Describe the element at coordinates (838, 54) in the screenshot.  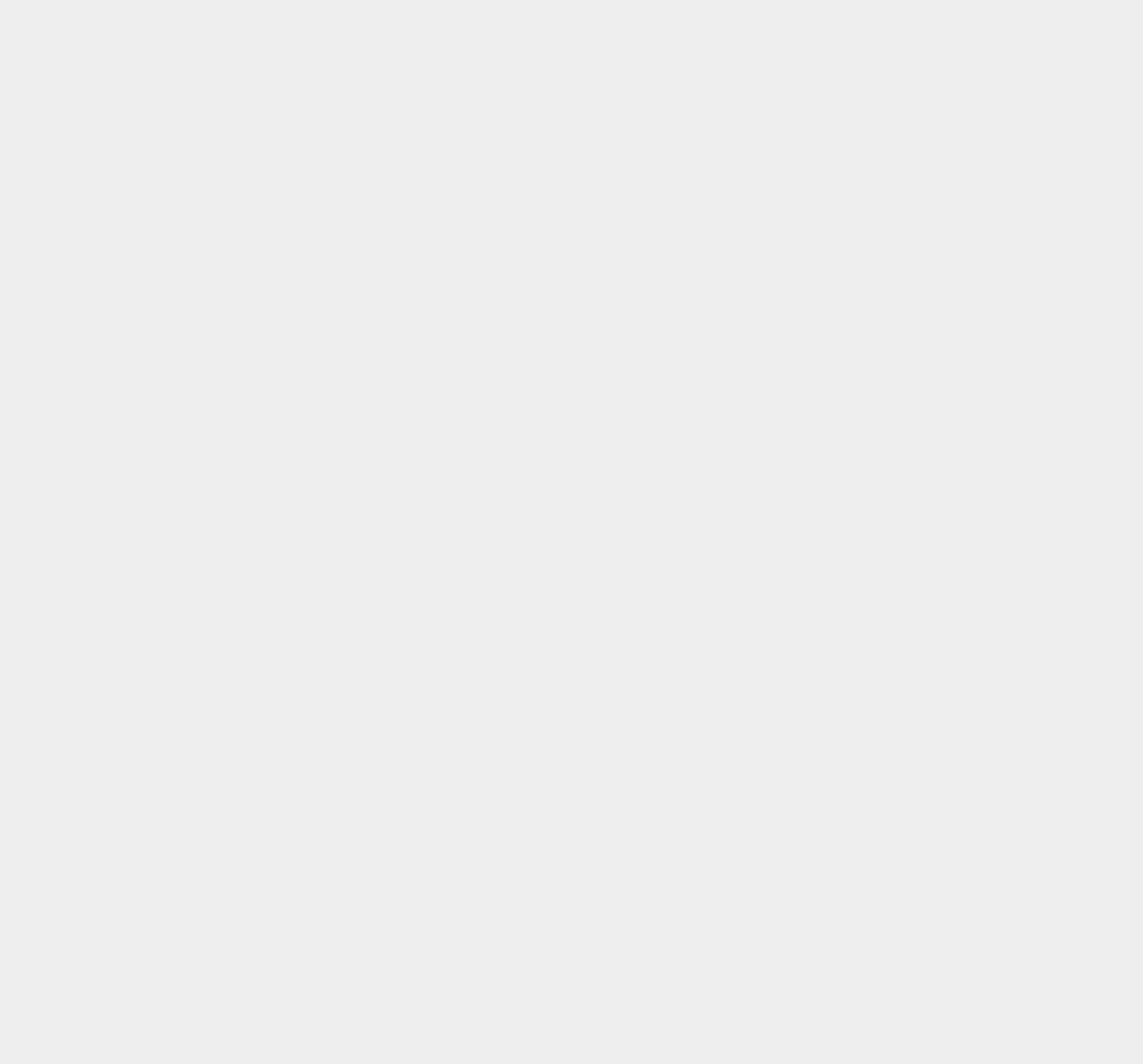
I see `'iPod Apps'` at that location.